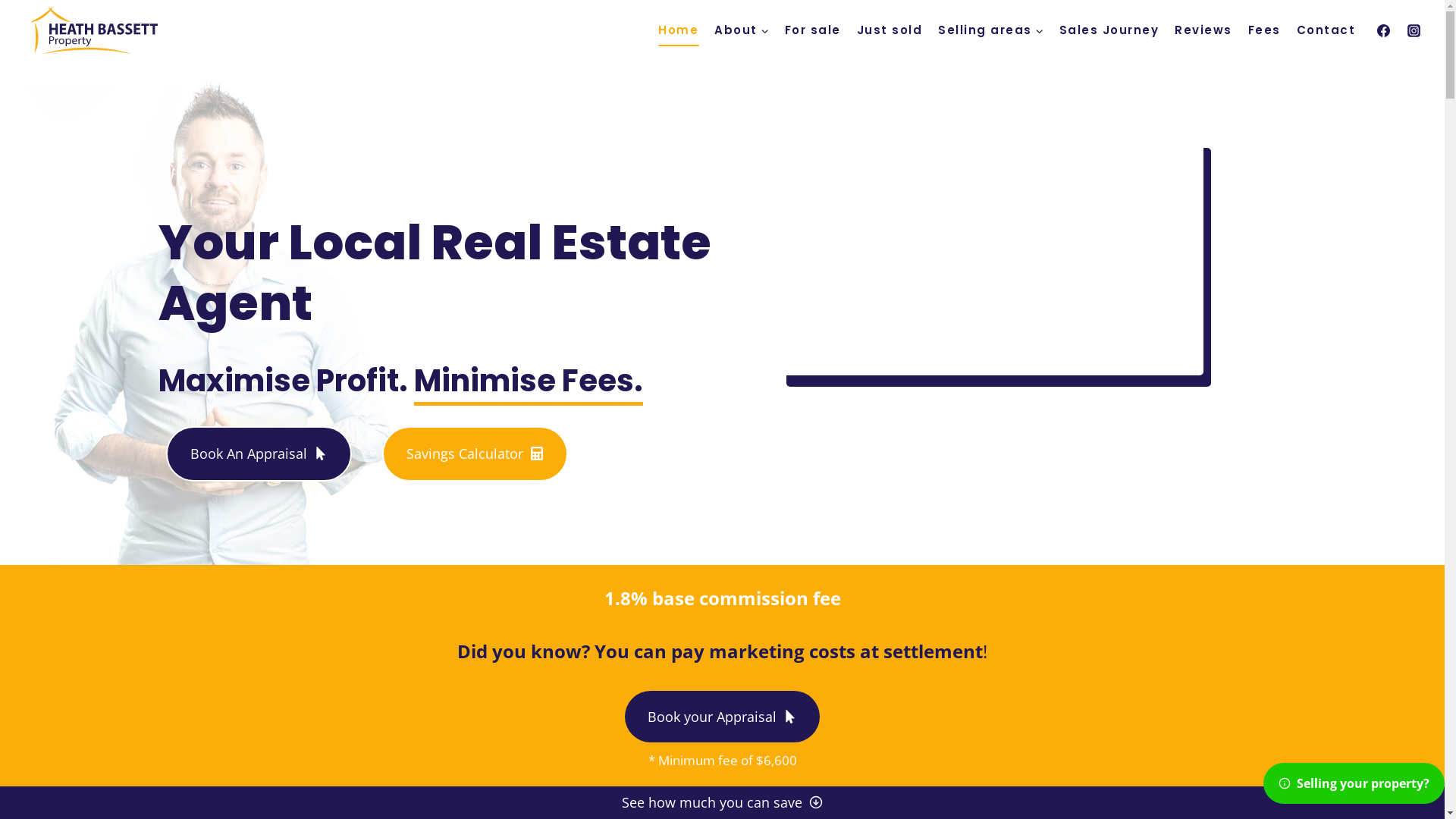 The width and height of the screenshot is (1456, 819). Describe the element at coordinates (705, 30) in the screenshot. I see `'About'` at that location.